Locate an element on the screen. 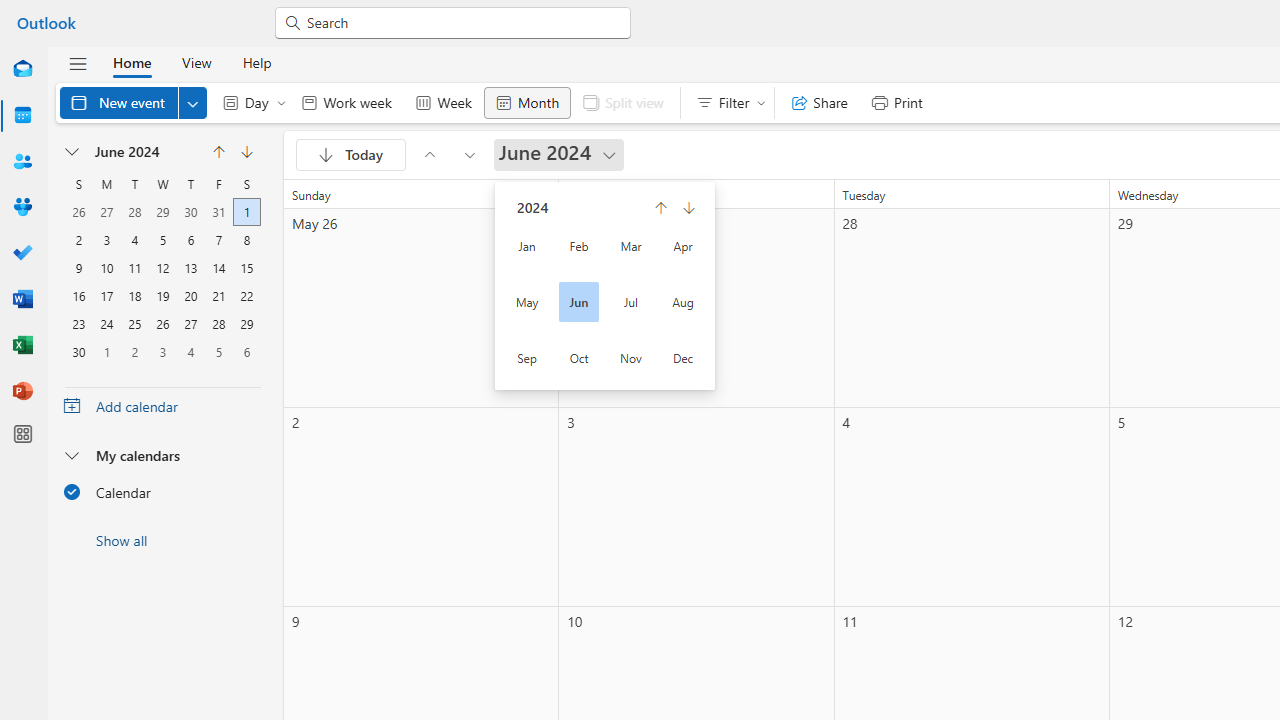 This screenshot has width=1280, height=720. 'My calendars' is located at coordinates (162, 455).